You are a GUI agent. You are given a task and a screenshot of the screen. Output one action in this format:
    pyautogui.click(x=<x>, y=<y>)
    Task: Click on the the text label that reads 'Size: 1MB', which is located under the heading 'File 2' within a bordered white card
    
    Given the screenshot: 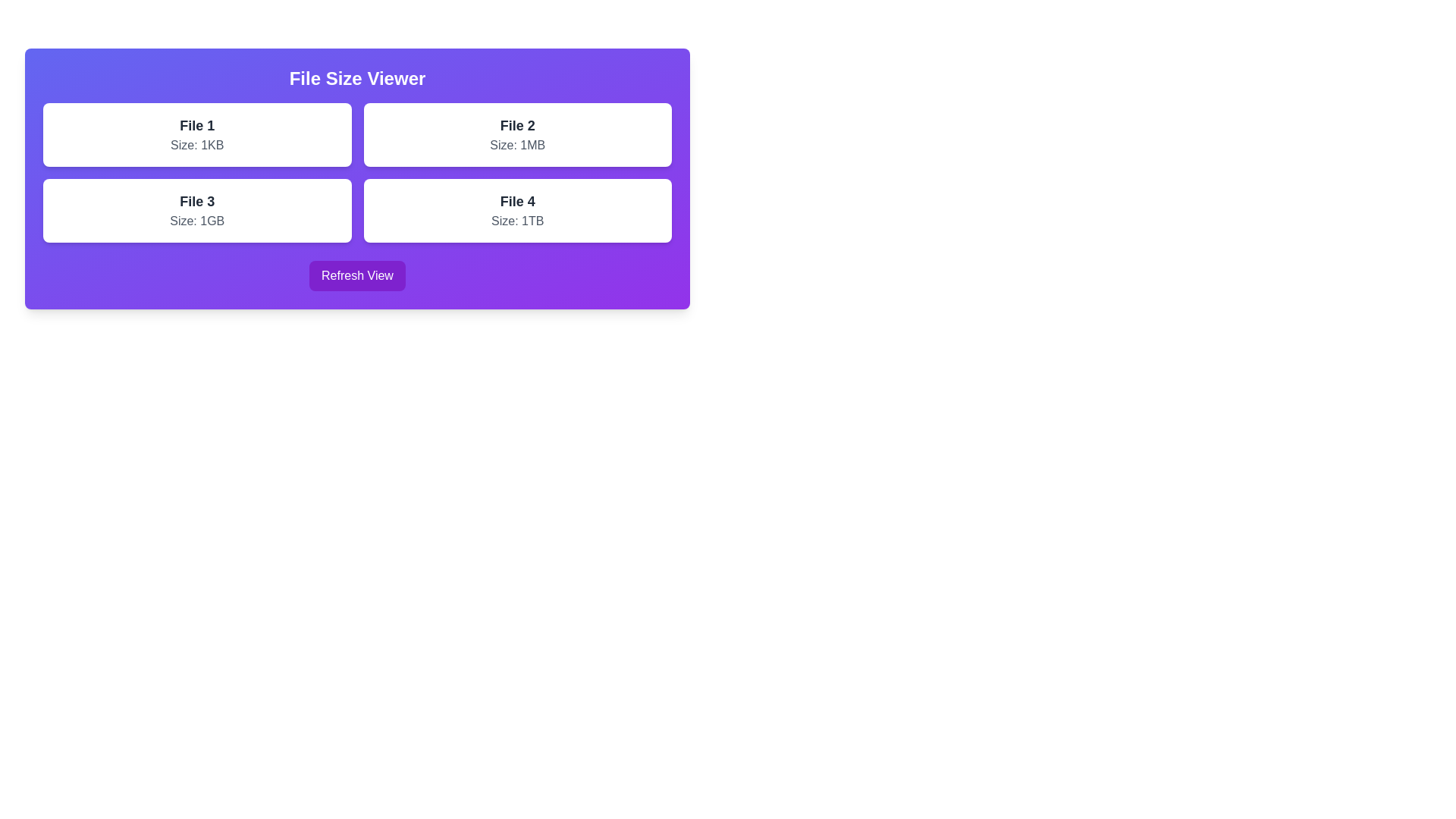 What is the action you would take?
    pyautogui.click(x=517, y=146)
    